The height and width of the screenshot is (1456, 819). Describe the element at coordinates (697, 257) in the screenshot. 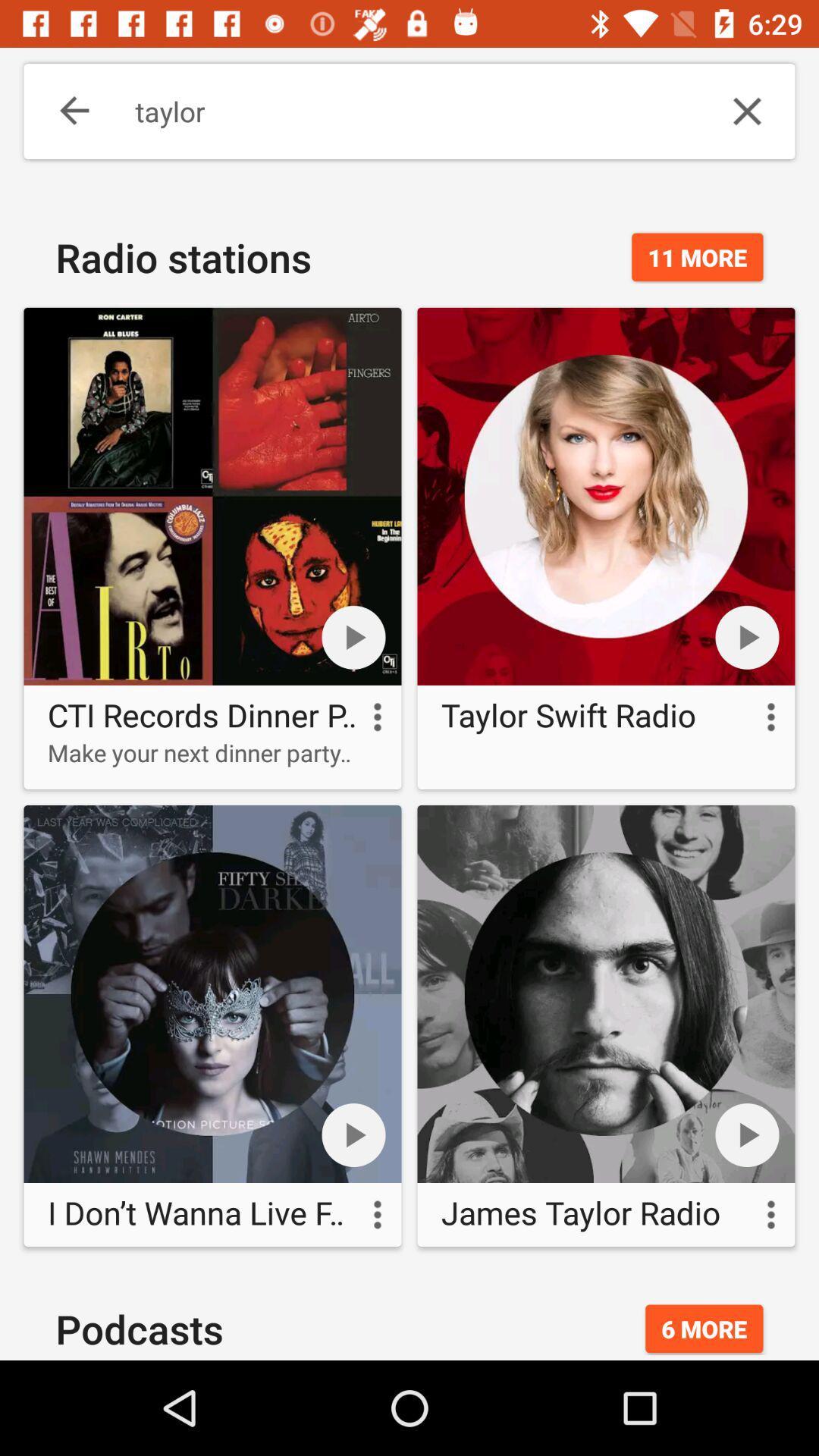

I see `the icon next to radio stations` at that location.